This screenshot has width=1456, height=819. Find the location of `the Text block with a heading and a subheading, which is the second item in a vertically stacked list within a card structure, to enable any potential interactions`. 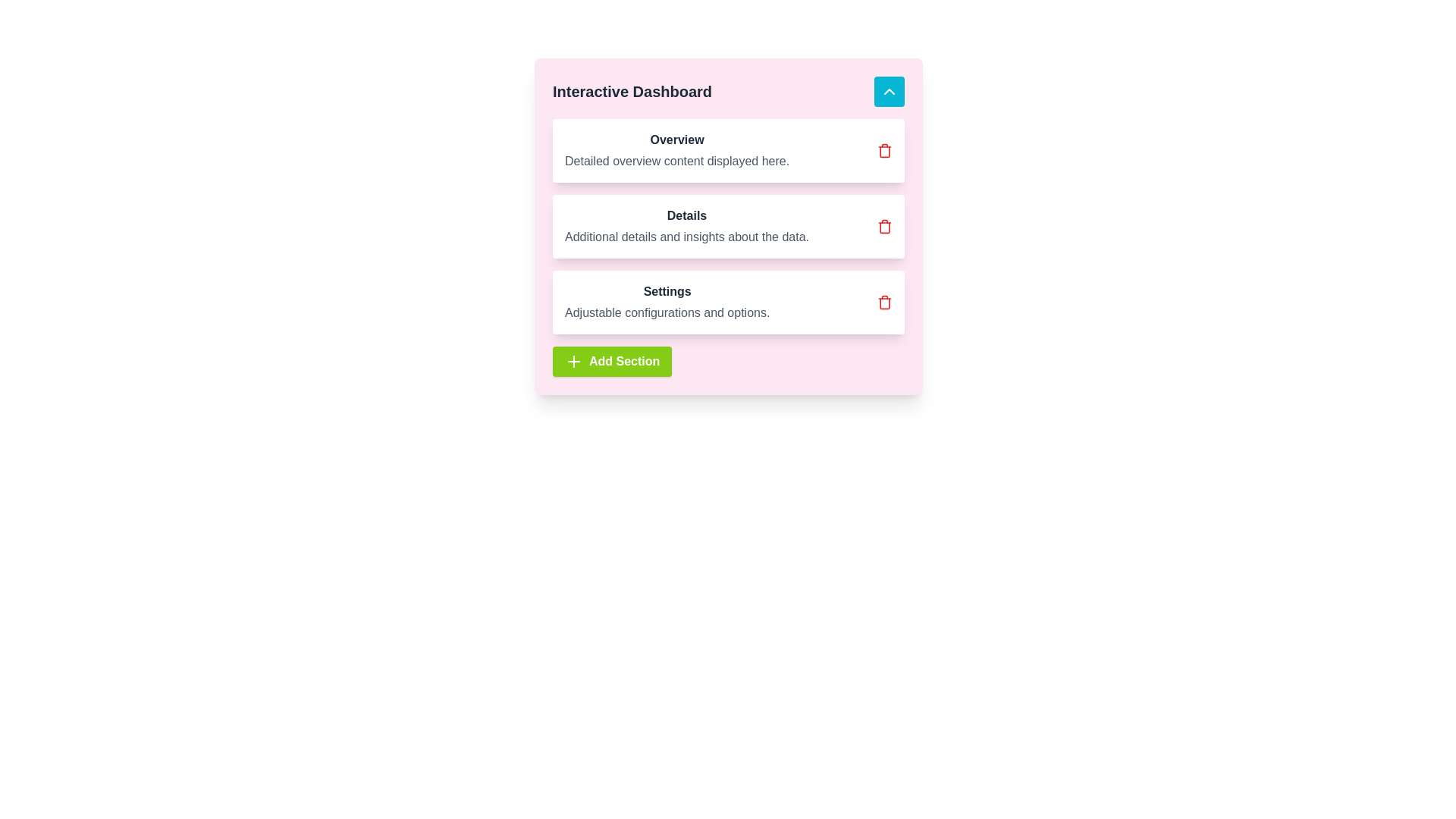

the Text block with a heading and a subheading, which is the second item in a vertically stacked list within a card structure, to enable any potential interactions is located at coordinates (686, 227).